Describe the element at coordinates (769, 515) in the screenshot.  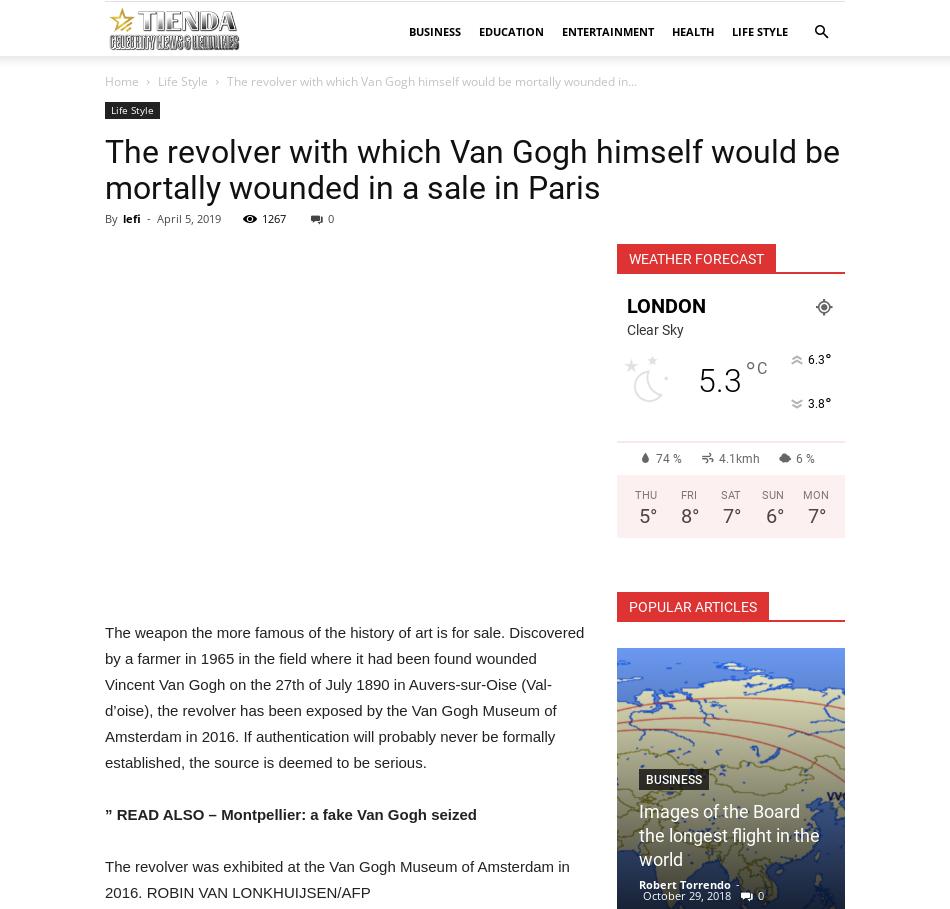
I see `'6'` at that location.